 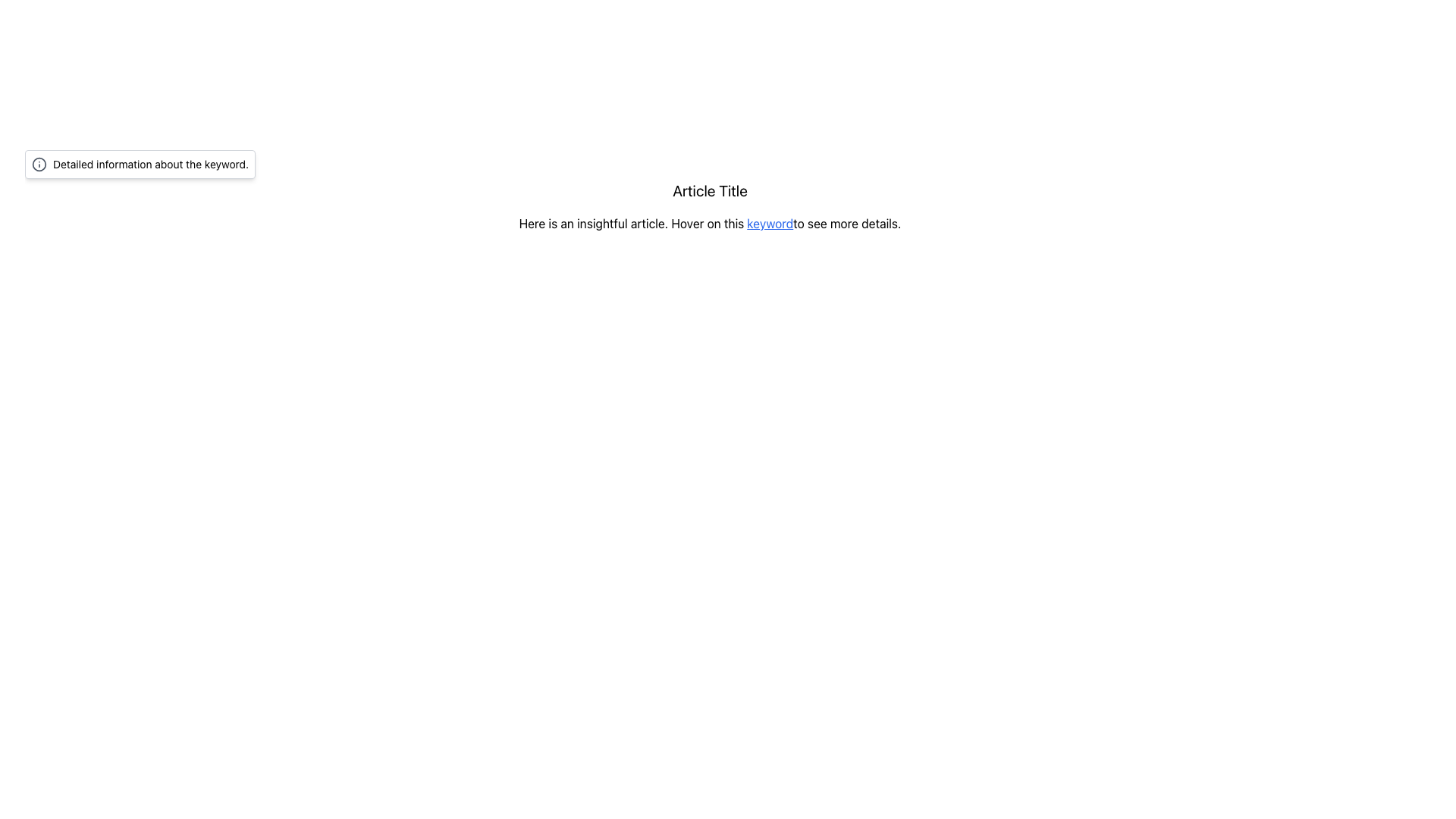 I want to click on the Circle SVG graphical element that represents an informational symbol, located centrally within the interface and near a tooltip box, so click(x=39, y=164).